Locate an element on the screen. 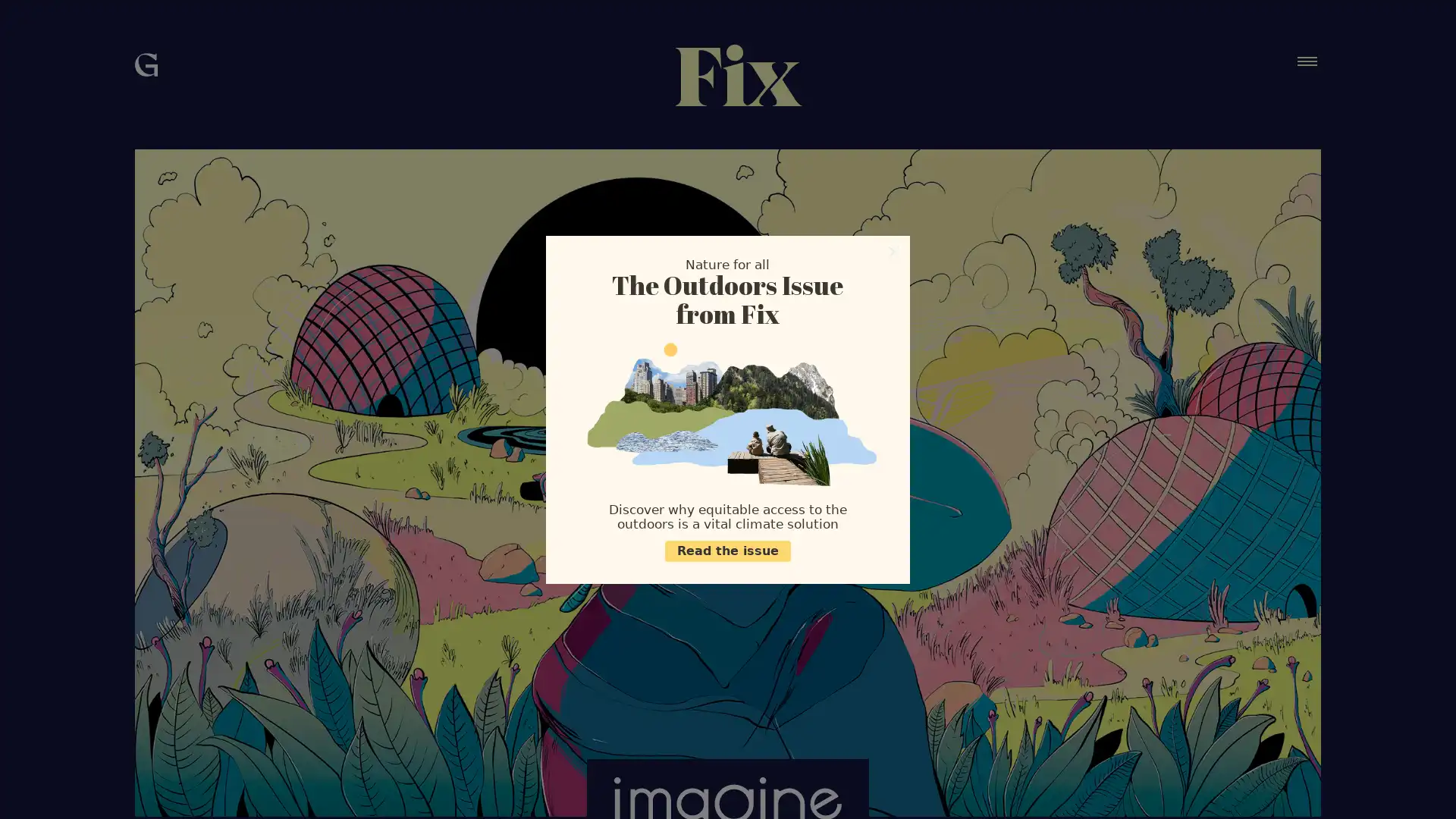 This screenshot has width=1456, height=819. Read the issue is located at coordinates (728, 551).